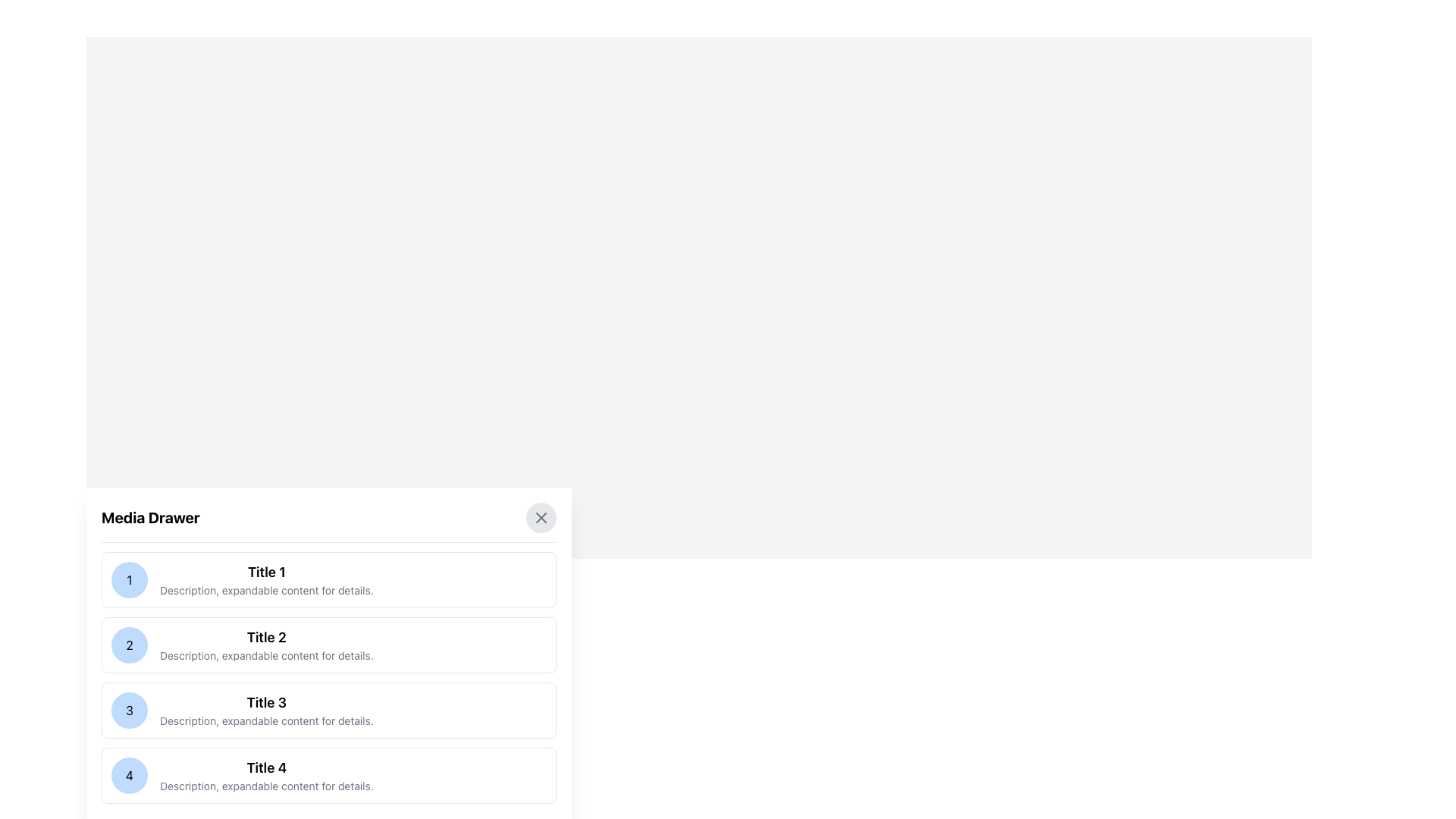 The image size is (1456, 819). Describe the element at coordinates (266, 711) in the screenshot. I see `the List item with title 'Title 3' and description text 'Description, expandable content for details.'` at that location.